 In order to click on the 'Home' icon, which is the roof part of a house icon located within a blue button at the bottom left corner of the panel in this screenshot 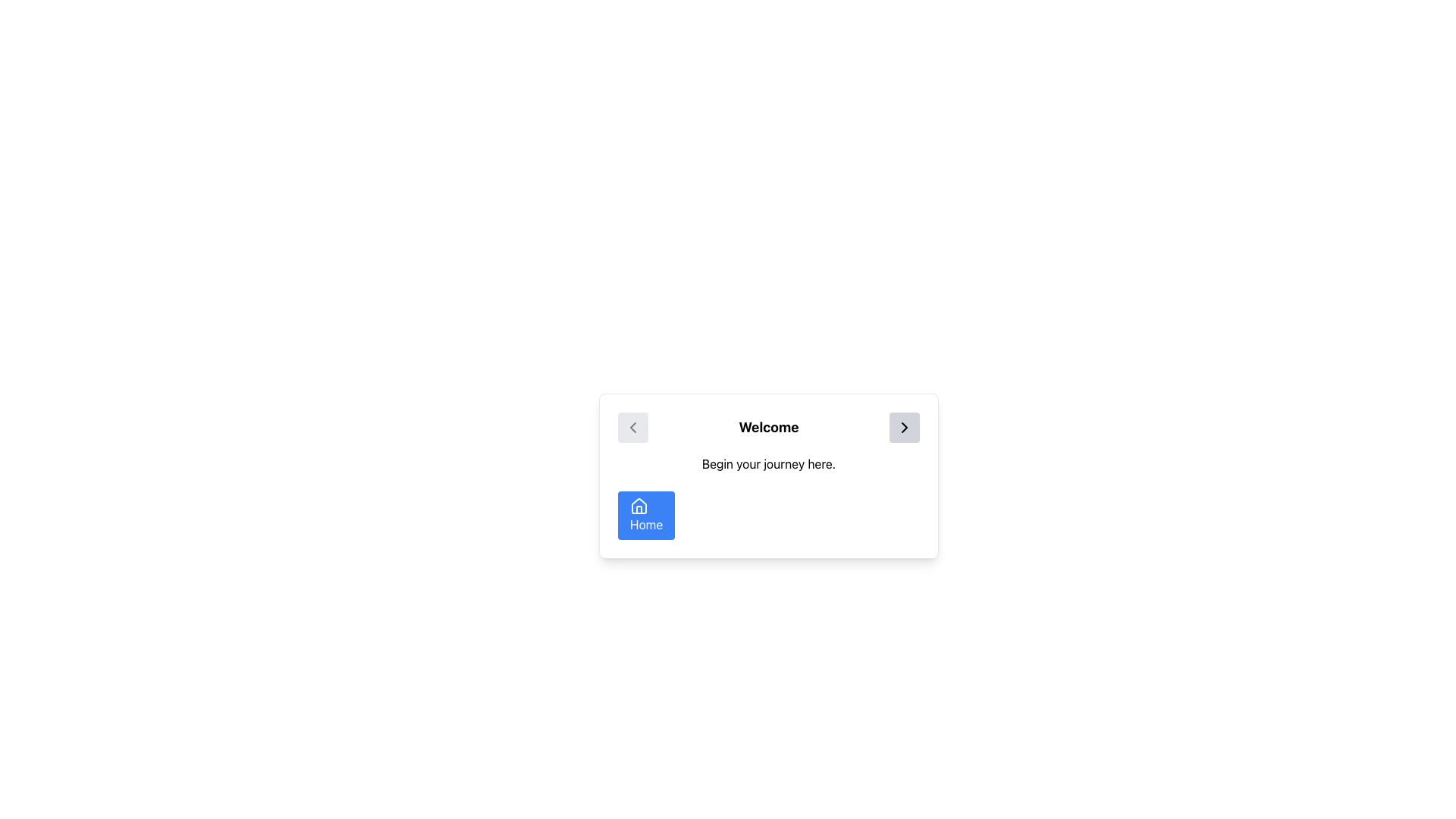, I will do `click(639, 506)`.